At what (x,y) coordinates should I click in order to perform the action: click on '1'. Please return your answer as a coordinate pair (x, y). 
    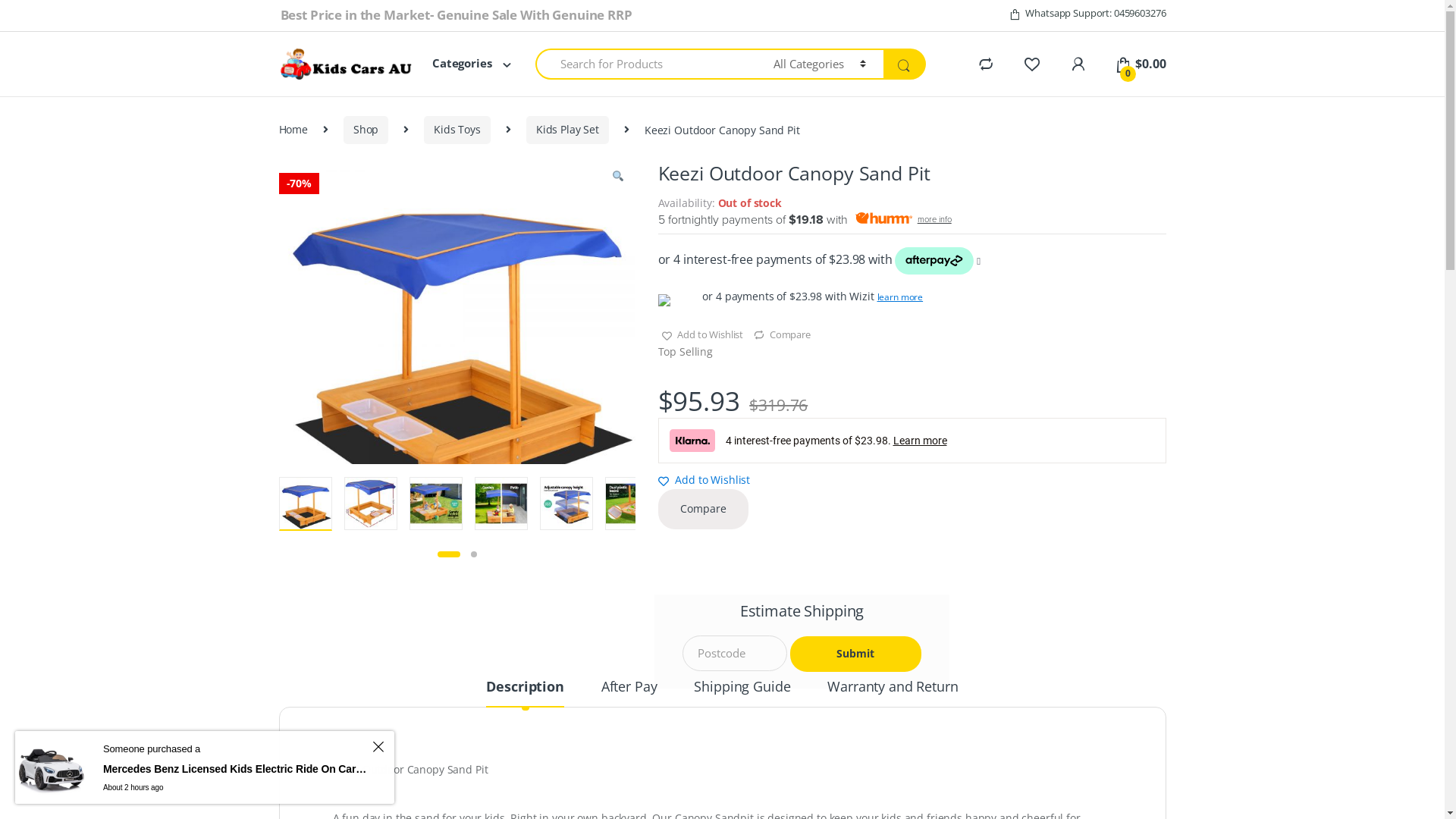
    Looking at the image, I should click on (447, 554).